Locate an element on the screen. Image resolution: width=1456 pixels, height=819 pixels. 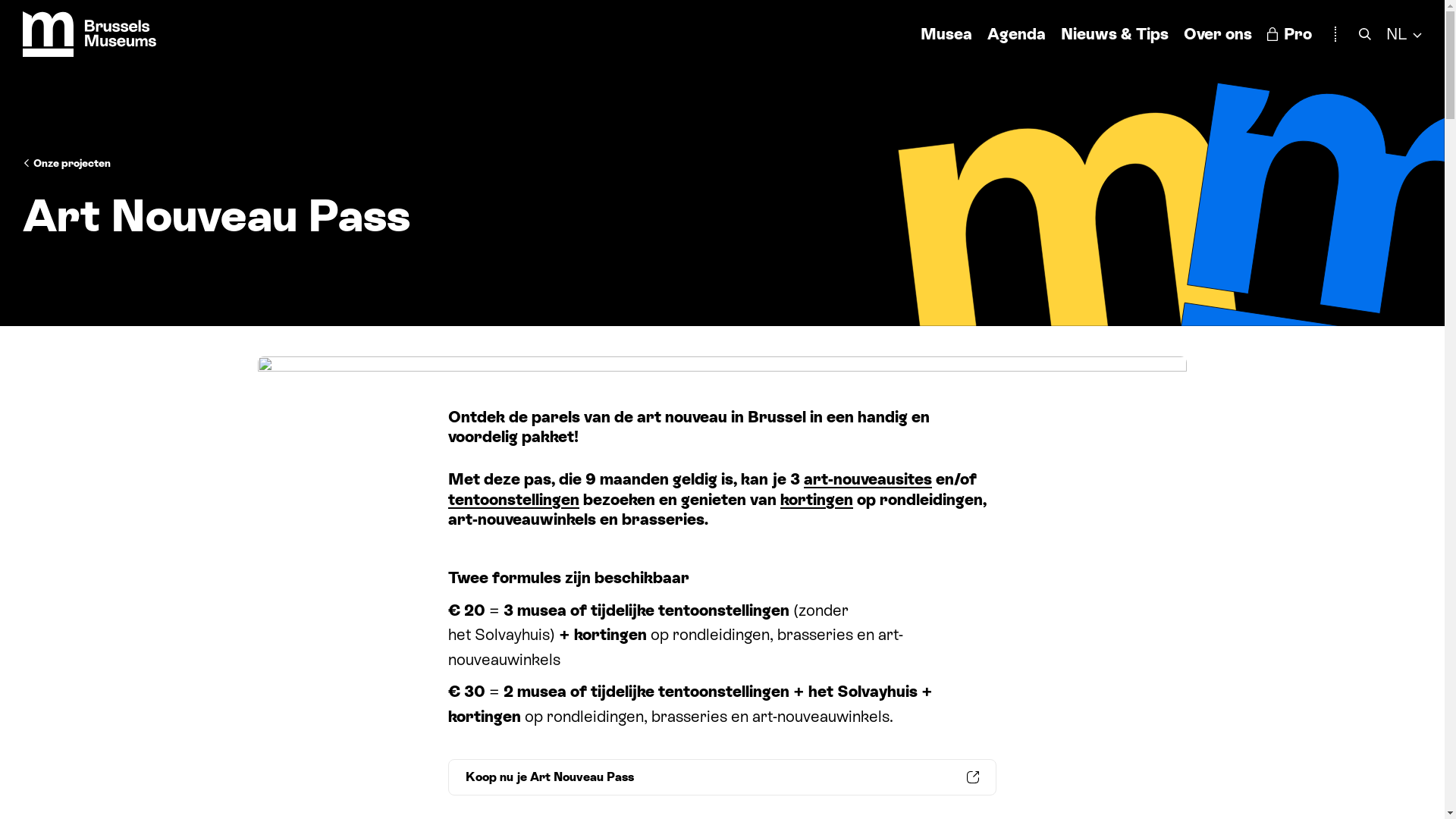
'tentoonstellingen' is located at coordinates (513, 500).